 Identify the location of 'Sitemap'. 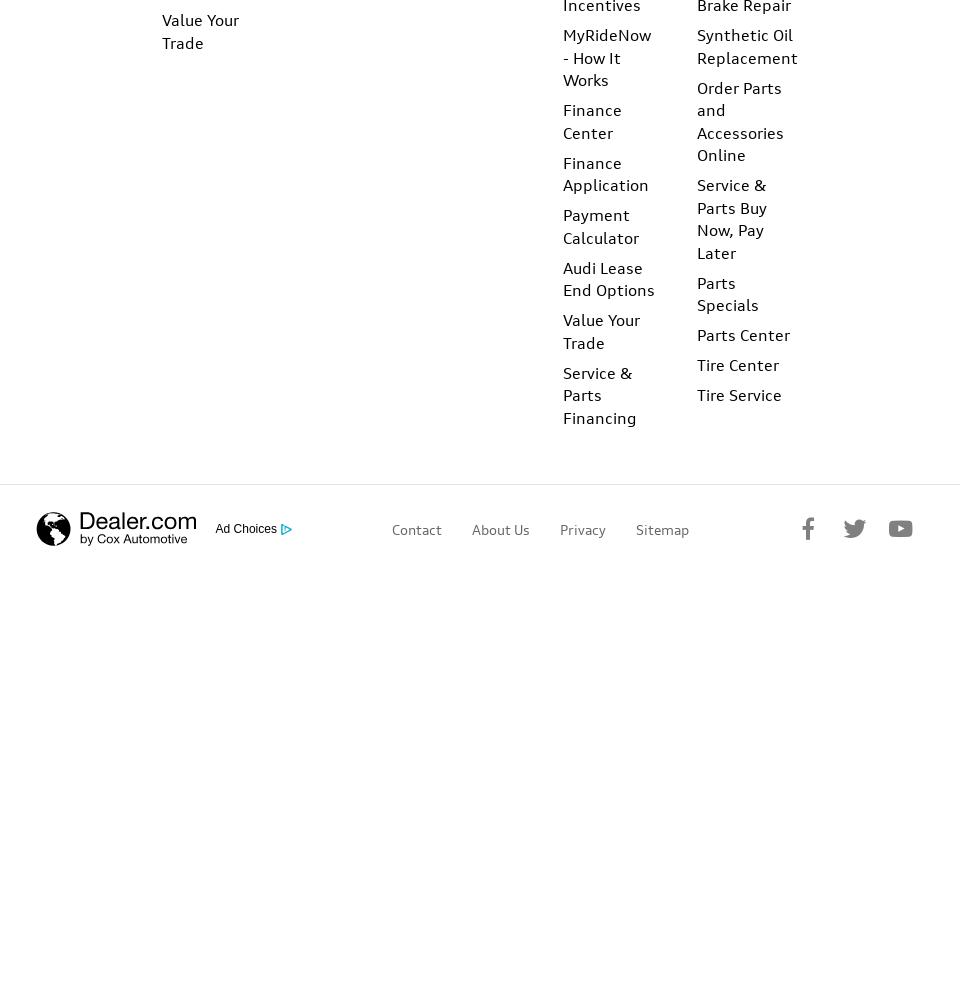
(661, 528).